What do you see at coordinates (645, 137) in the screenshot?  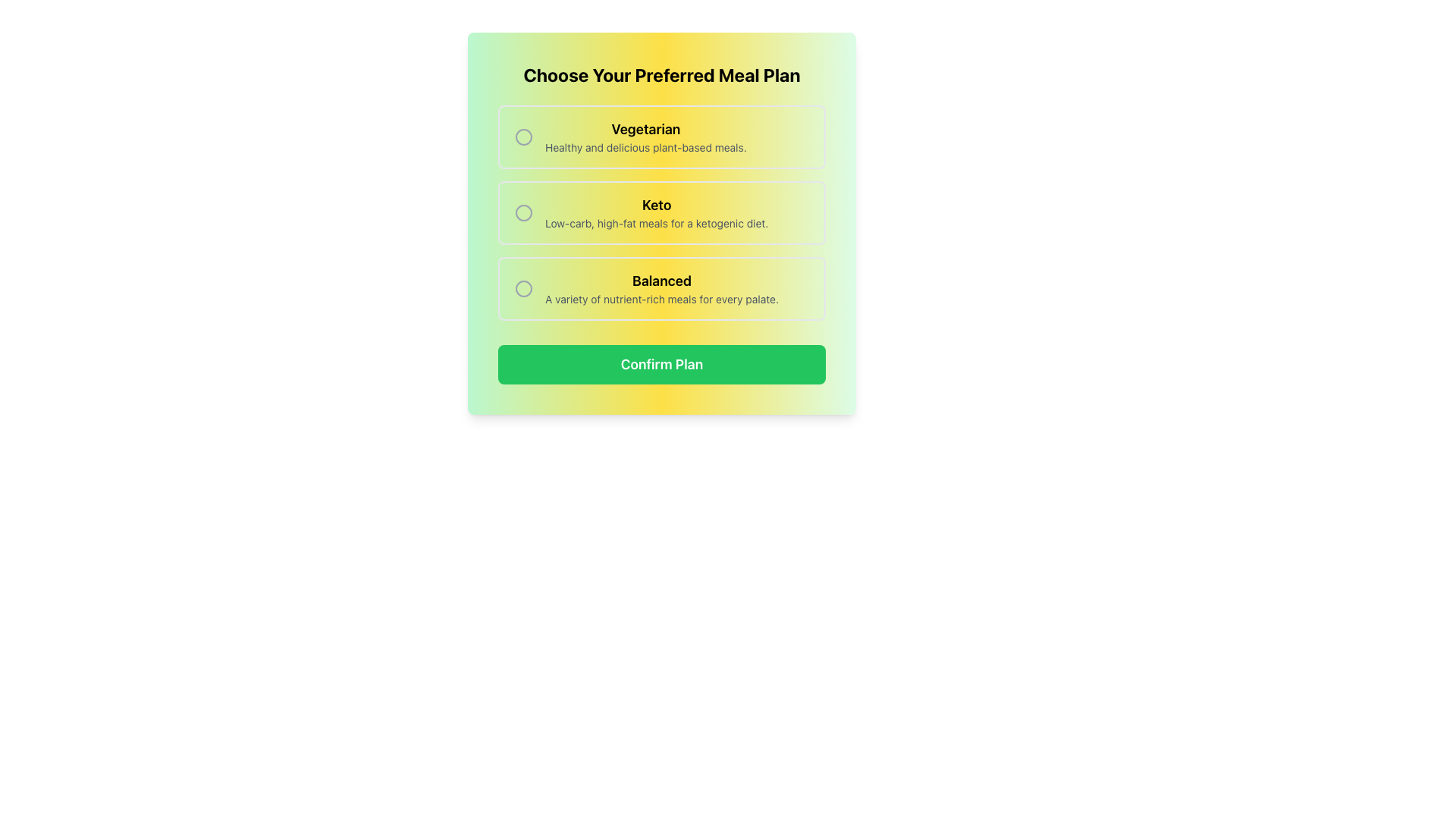 I see `the text element displaying 'Vegetarian'` at bounding box center [645, 137].